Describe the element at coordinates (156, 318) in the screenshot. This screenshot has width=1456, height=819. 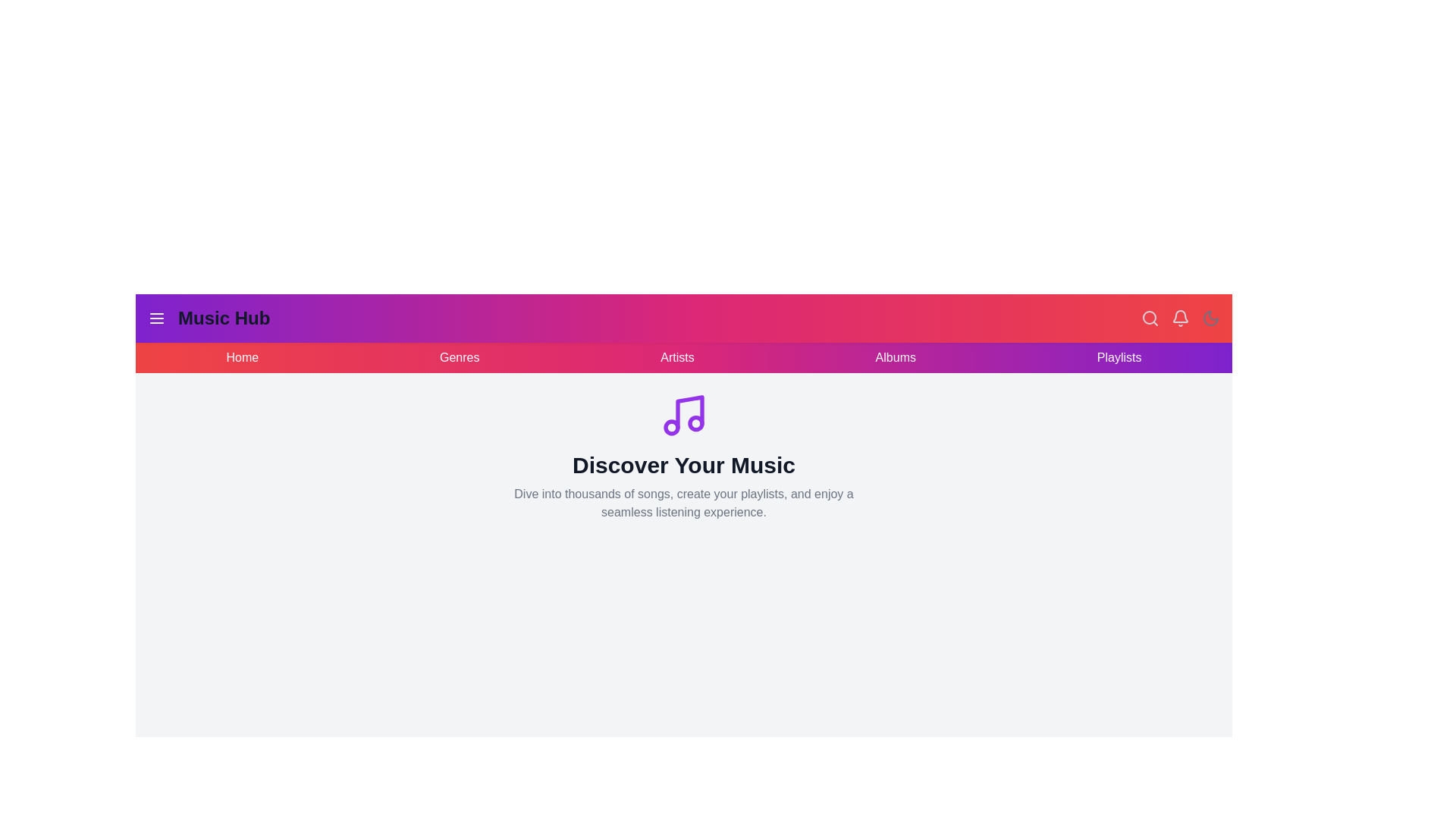
I see `the menu button to toggle the navigation menu` at that location.